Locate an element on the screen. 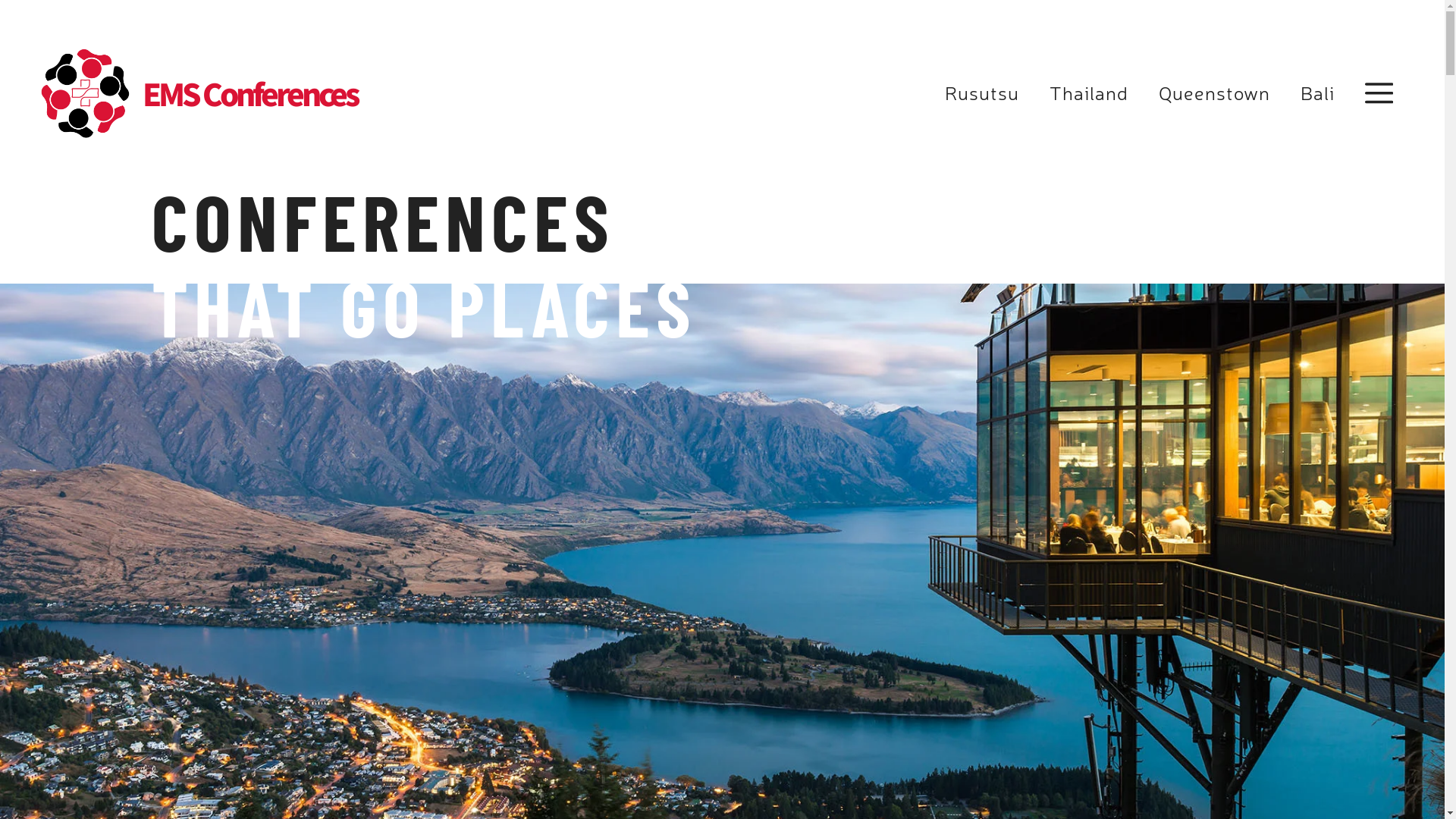 The height and width of the screenshot is (819, 1456). 'Bali' is located at coordinates (1316, 93).